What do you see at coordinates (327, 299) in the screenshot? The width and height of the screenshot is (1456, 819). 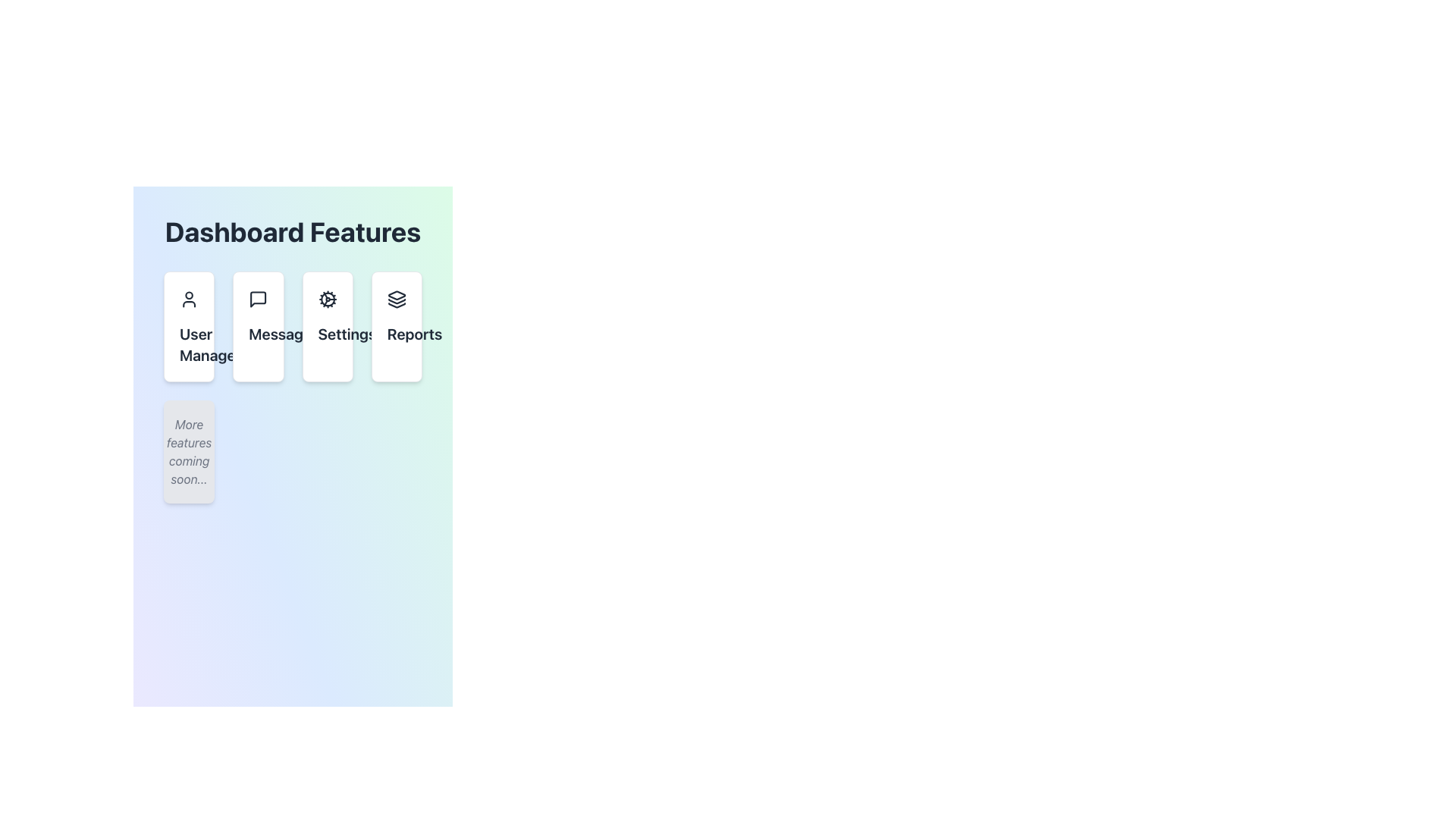 I see `the settings cogwheel icon located in the third card of the horizontally aligned 'Settings' card row within the 'Dashboard Features' section` at bounding box center [327, 299].